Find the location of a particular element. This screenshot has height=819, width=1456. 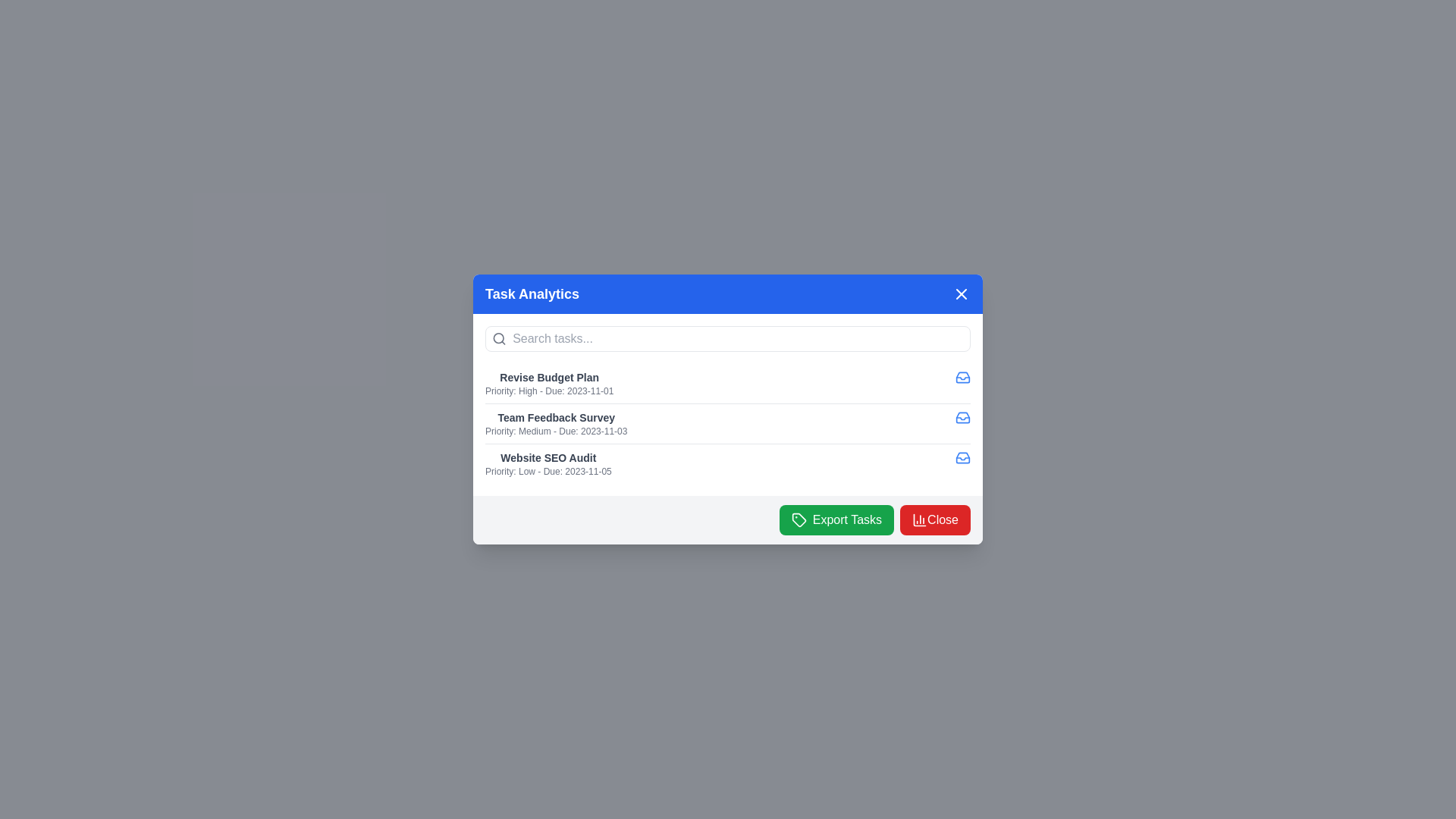

the icon for the 'Team Feedback Survey' located to the far right of the second row in the task list is located at coordinates (962, 418).